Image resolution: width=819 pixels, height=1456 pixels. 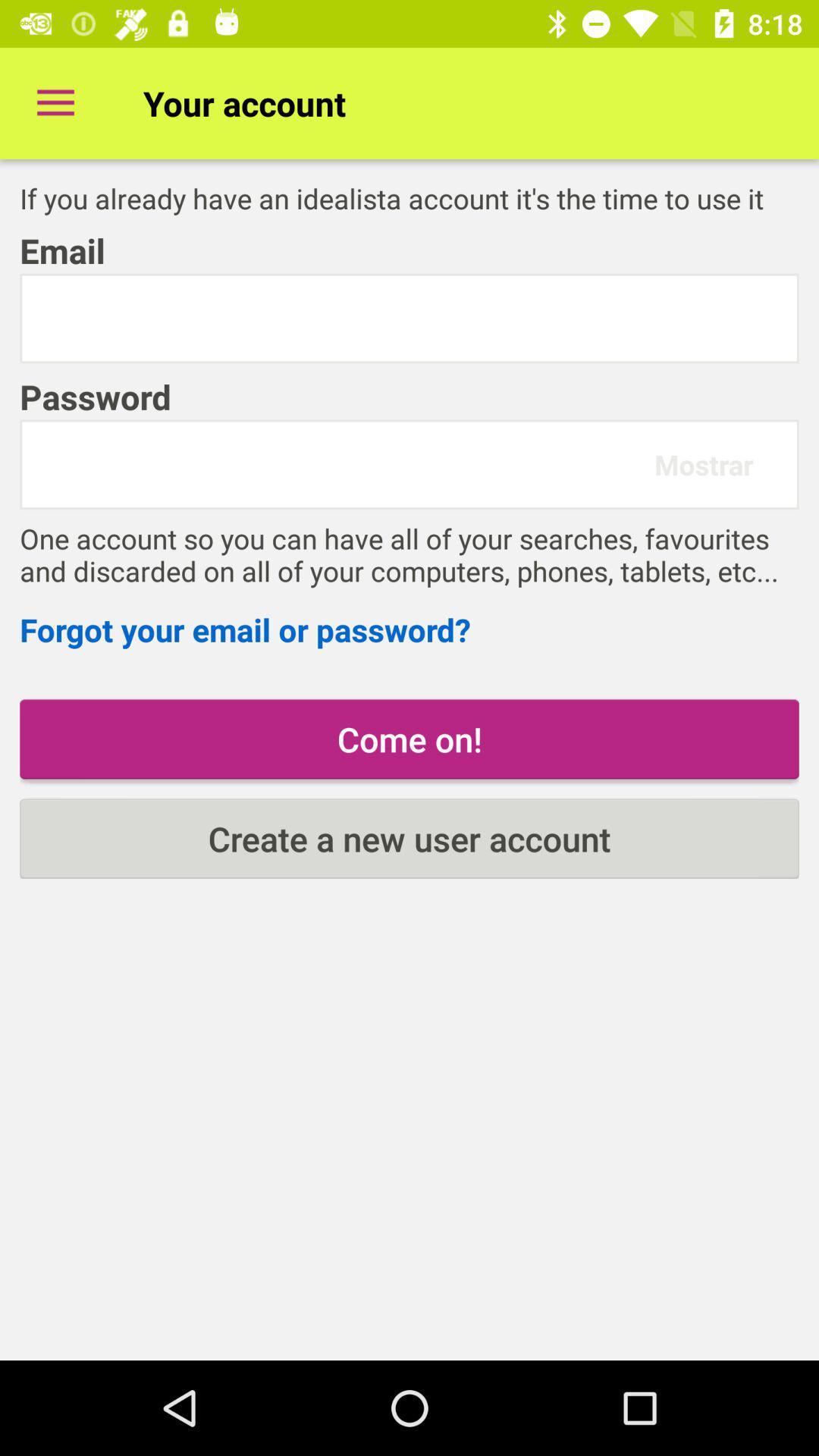 I want to click on the icon above the come on! item, so click(x=409, y=629).